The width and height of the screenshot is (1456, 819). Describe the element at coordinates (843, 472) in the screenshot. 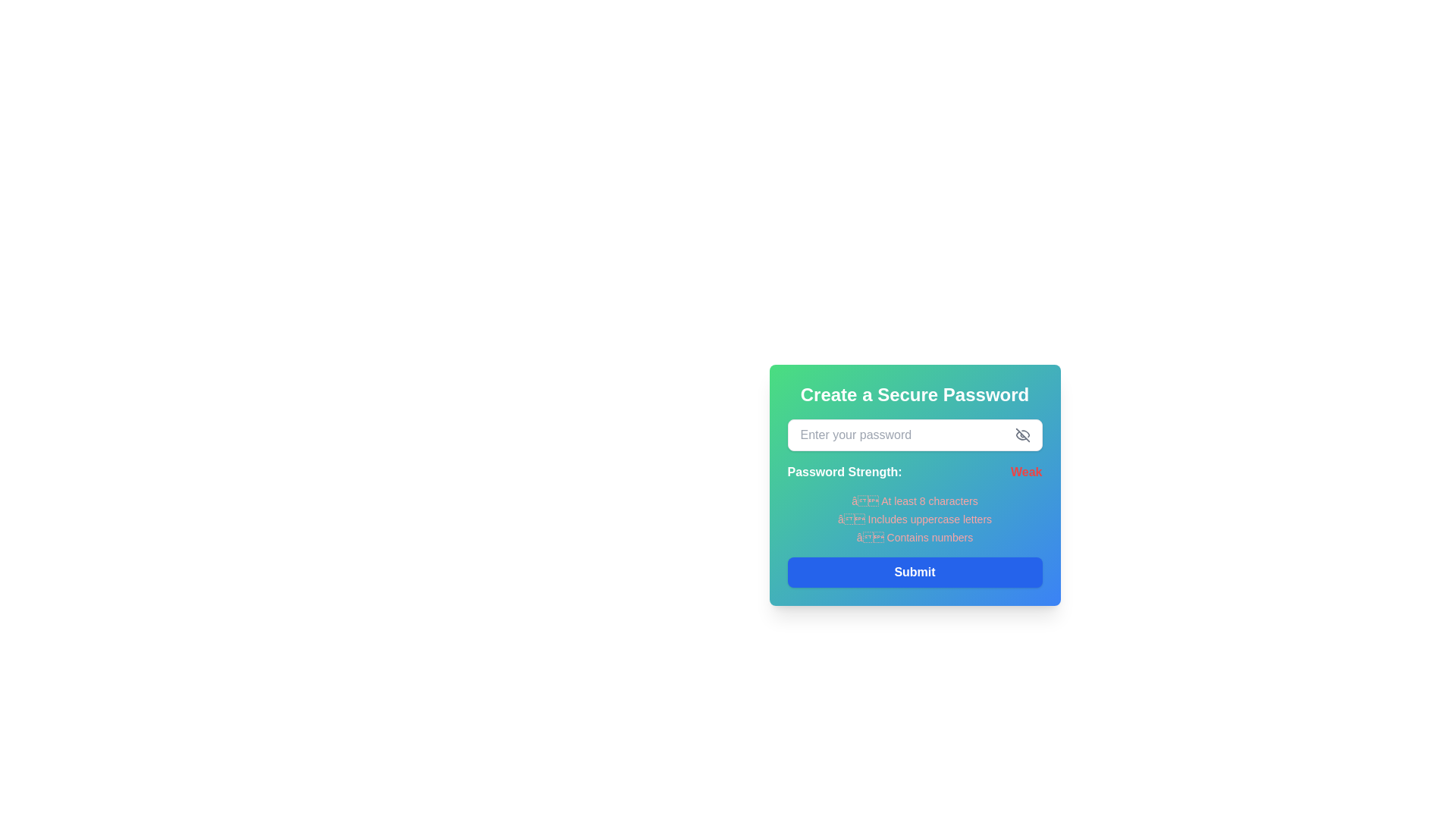

I see `the descriptive Text label that informs the user about the password strength indicator, located to the left of the 'Weak' text and aligned with the password input field` at that location.